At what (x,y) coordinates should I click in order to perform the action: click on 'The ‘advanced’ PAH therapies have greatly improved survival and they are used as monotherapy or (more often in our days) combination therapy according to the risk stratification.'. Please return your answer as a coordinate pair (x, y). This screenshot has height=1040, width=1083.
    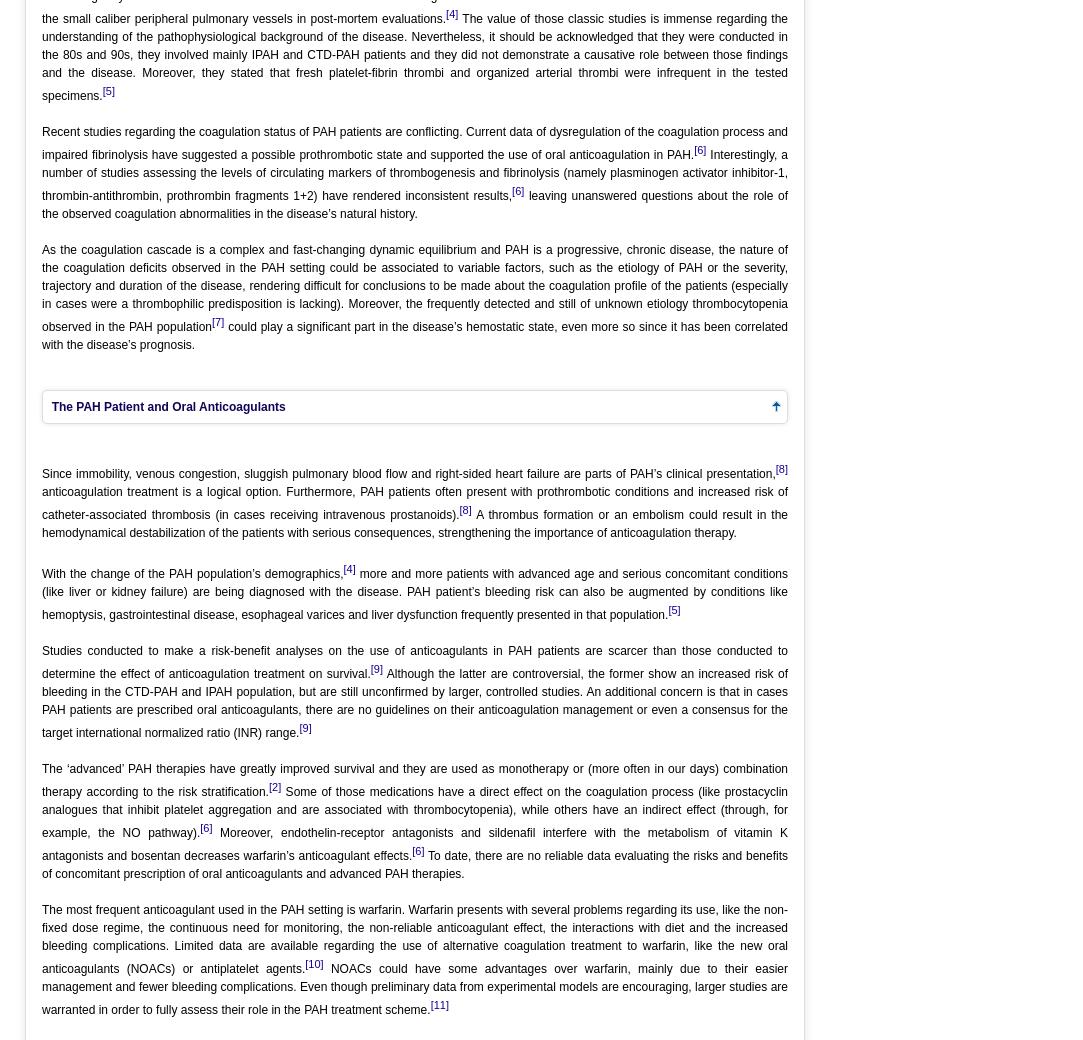
    Looking at the image, I should click on (42, 779).